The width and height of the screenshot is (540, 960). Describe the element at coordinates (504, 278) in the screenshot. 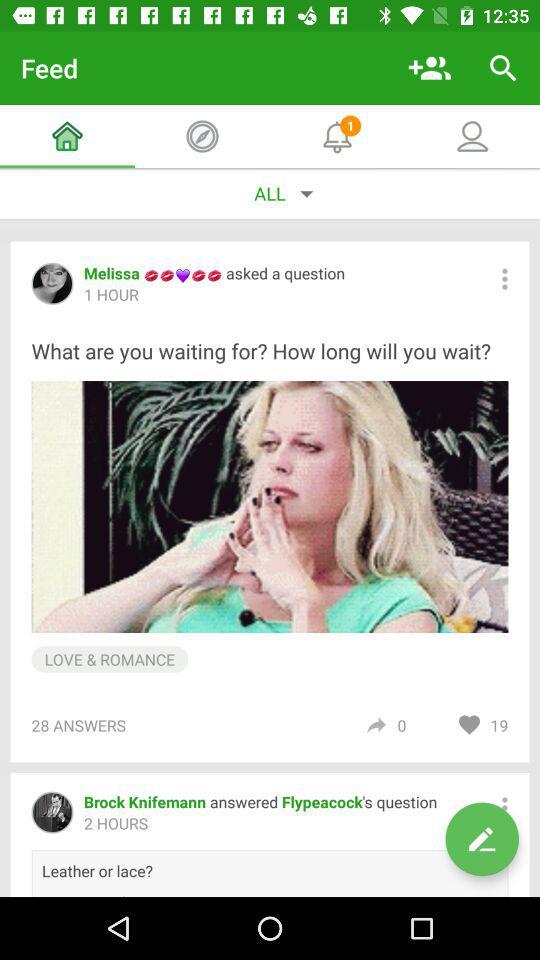

I see `the  more option beside the  text asked a question` at that location.